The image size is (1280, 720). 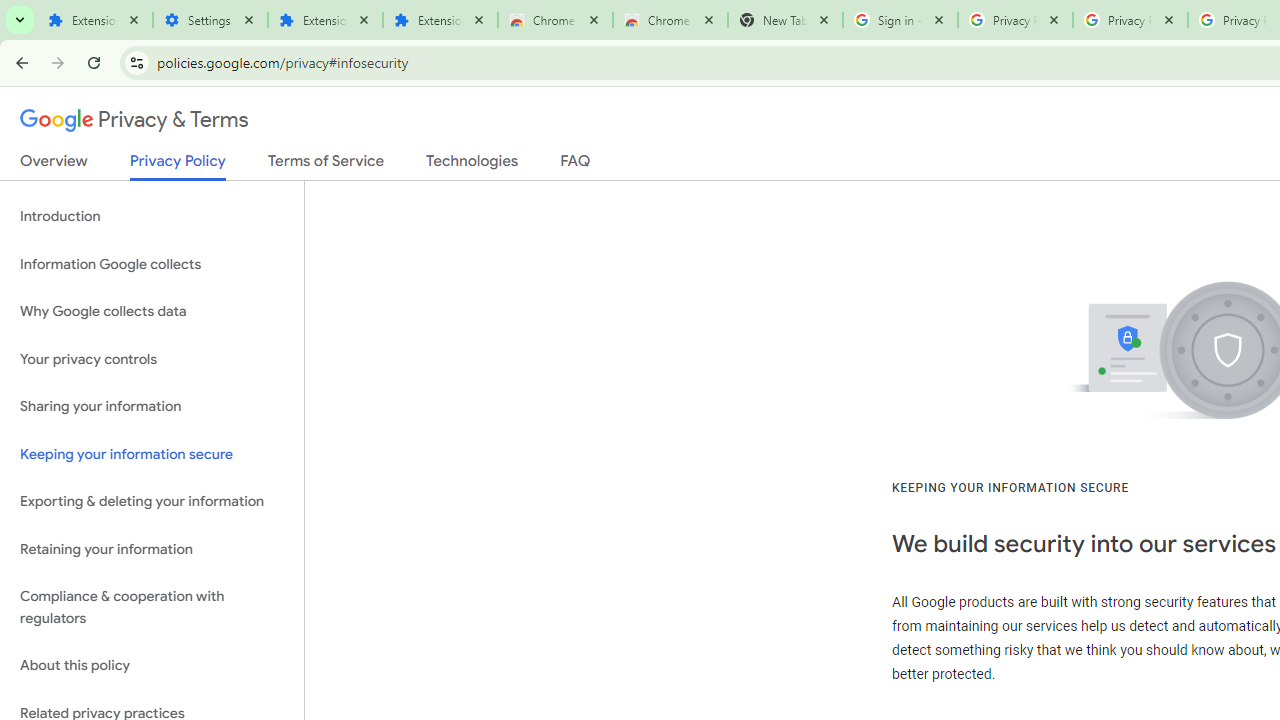 I want to click on 'Chrome Web Store - Themes', so click(x=670, y=20).